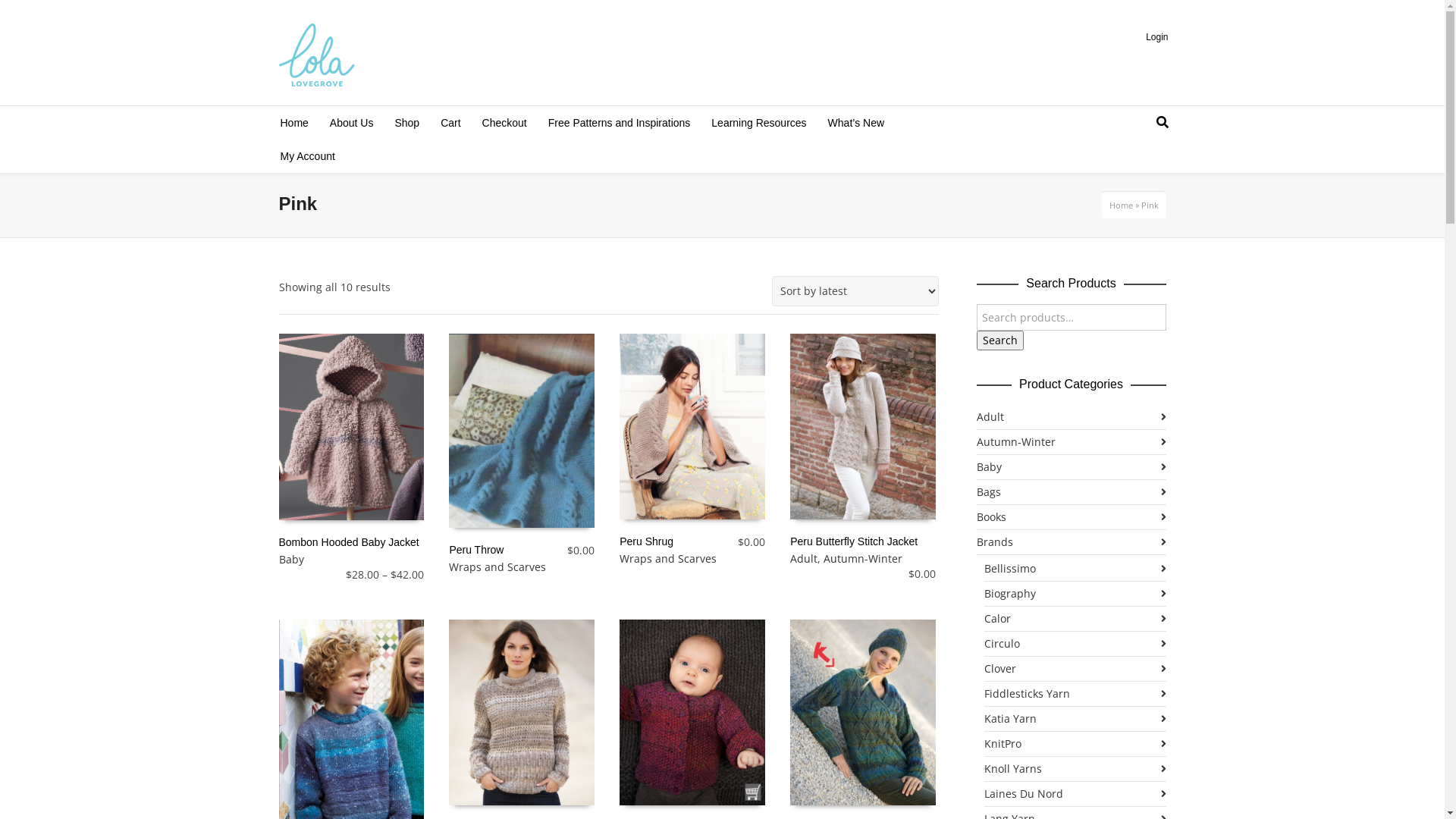 The width and height of the screenshot is (1456, 819). Describe the element at coordinates (1120, 205) in the screenshot. I see `'Home'` at that location.